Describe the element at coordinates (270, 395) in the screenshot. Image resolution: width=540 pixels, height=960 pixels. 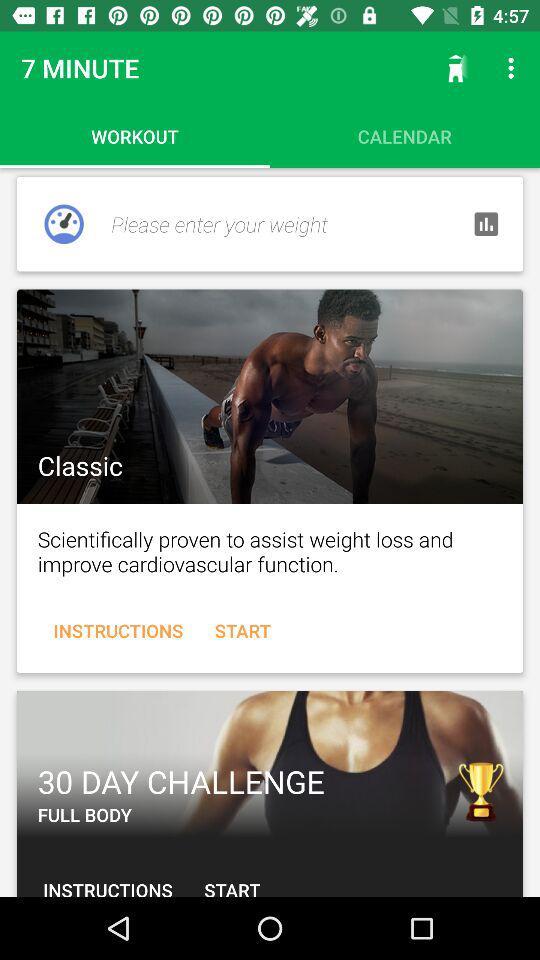
I see `workout` at that location.